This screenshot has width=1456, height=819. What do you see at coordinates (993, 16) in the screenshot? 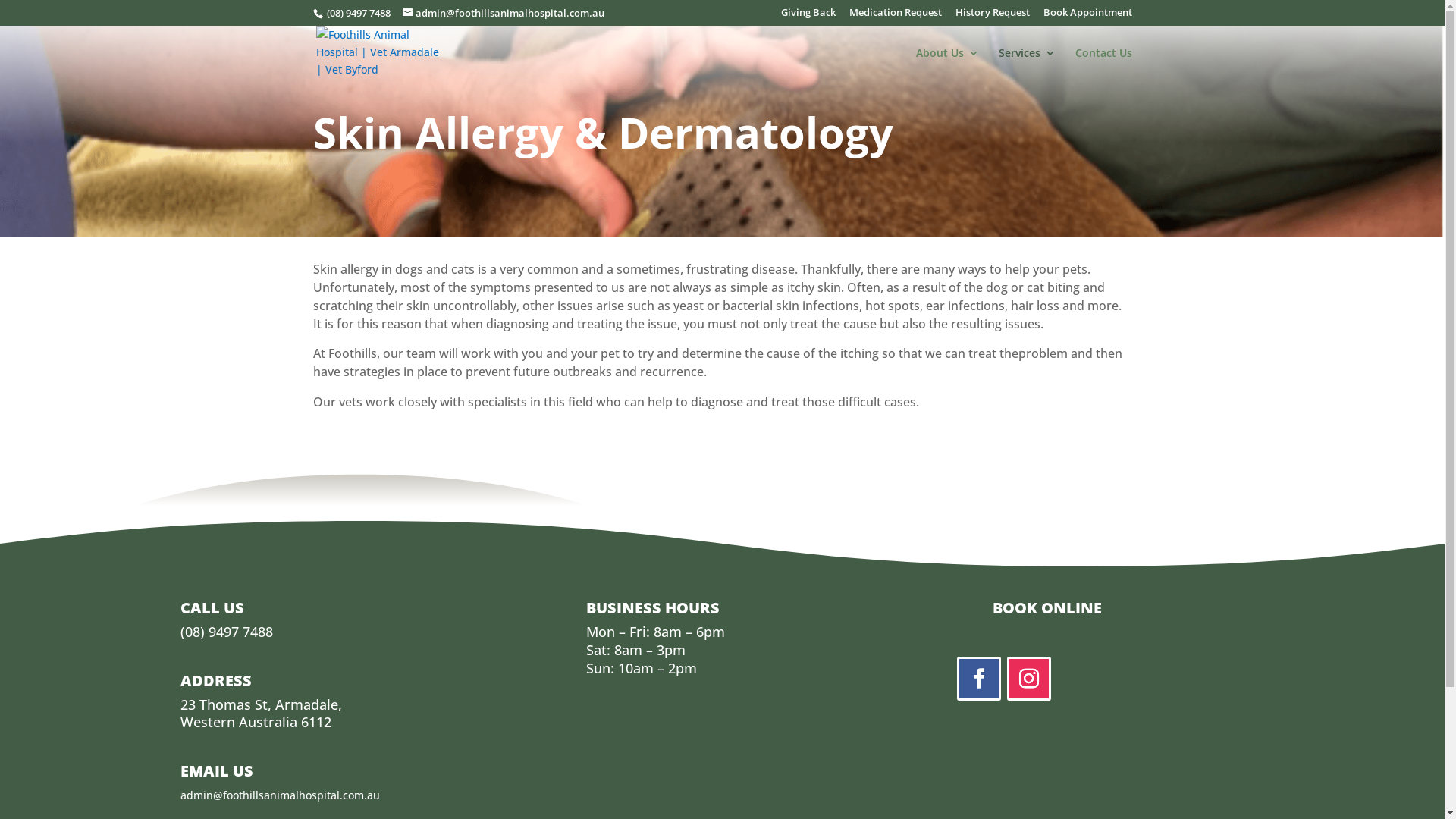
I see `'History Request'` at bounding box center [993, 16].